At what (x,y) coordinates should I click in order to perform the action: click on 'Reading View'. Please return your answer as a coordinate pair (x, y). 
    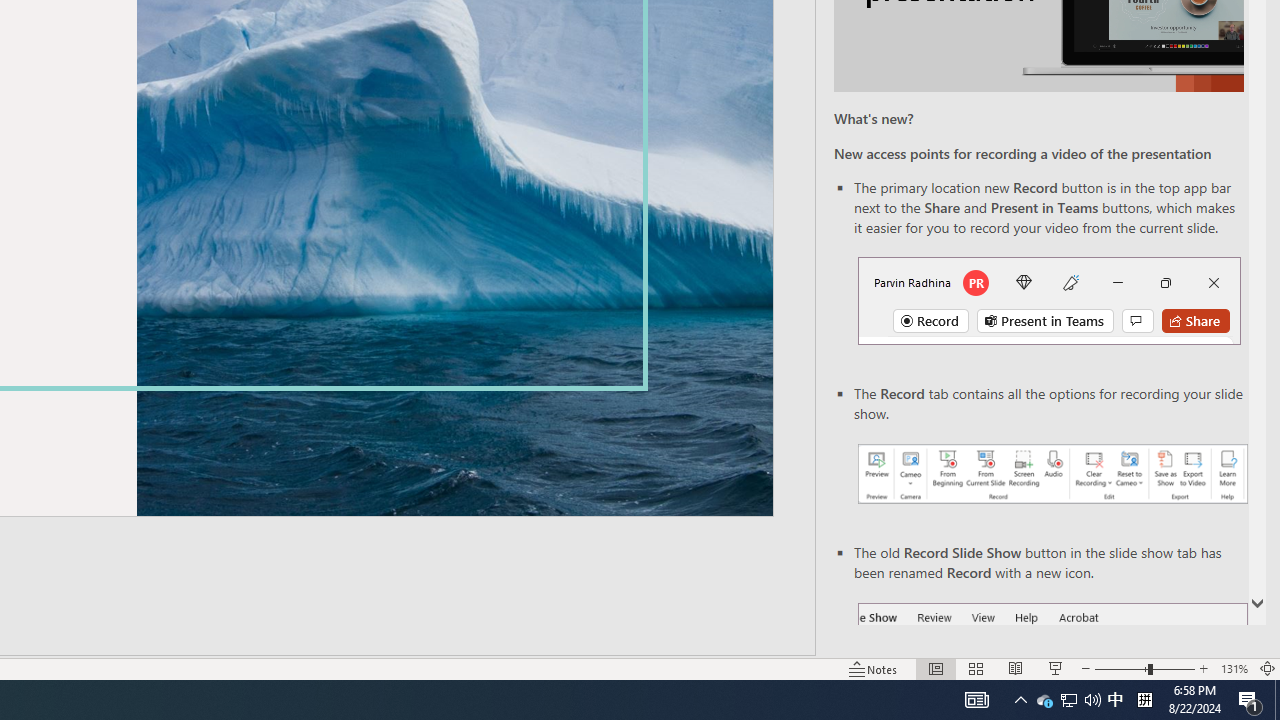
    Looking at the image, I should click on (1015, 669).